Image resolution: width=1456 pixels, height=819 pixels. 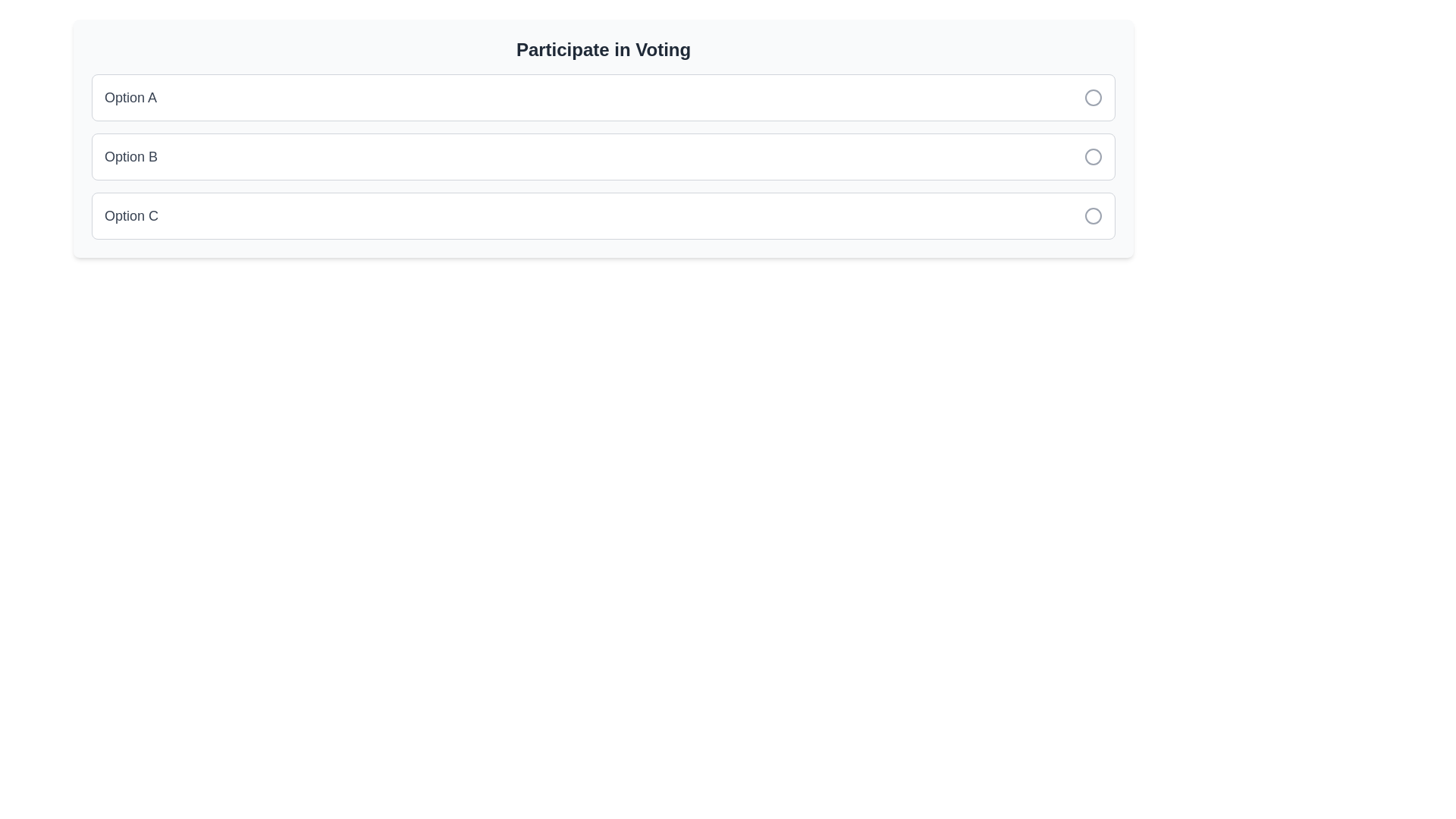 What do you see at coordinates (1093, 157) in the screenshot?
I see `the gray circle with a radius of 10 units within the SVG component, representing 'Option B' in the voting form` at bounding box center [1093, 157].